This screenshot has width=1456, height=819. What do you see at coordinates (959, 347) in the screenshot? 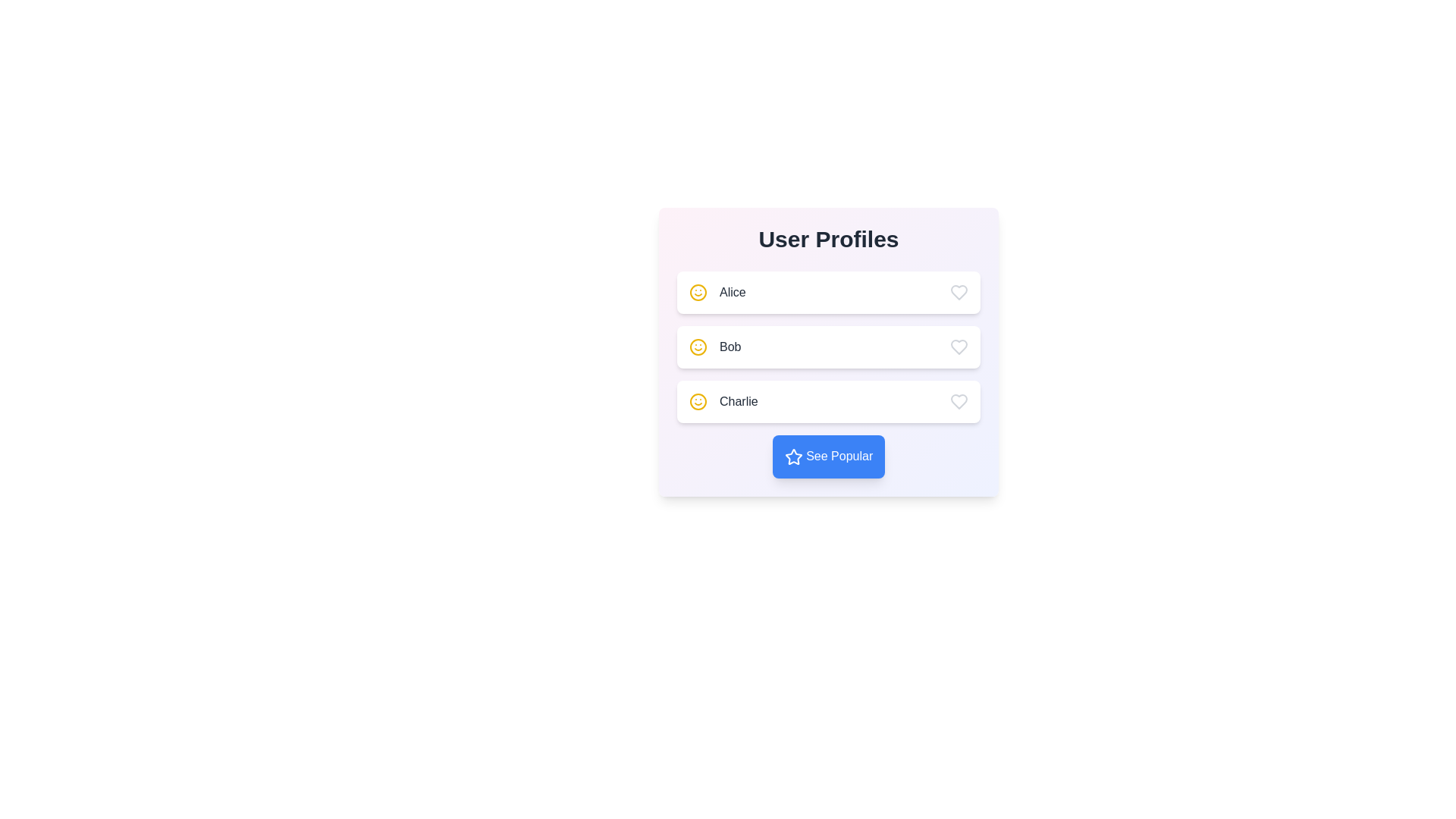
I see `the heart-shaped favorite button located to the right of the text 'Bob' in the second user profile entry` at bounding box center [959, 347].